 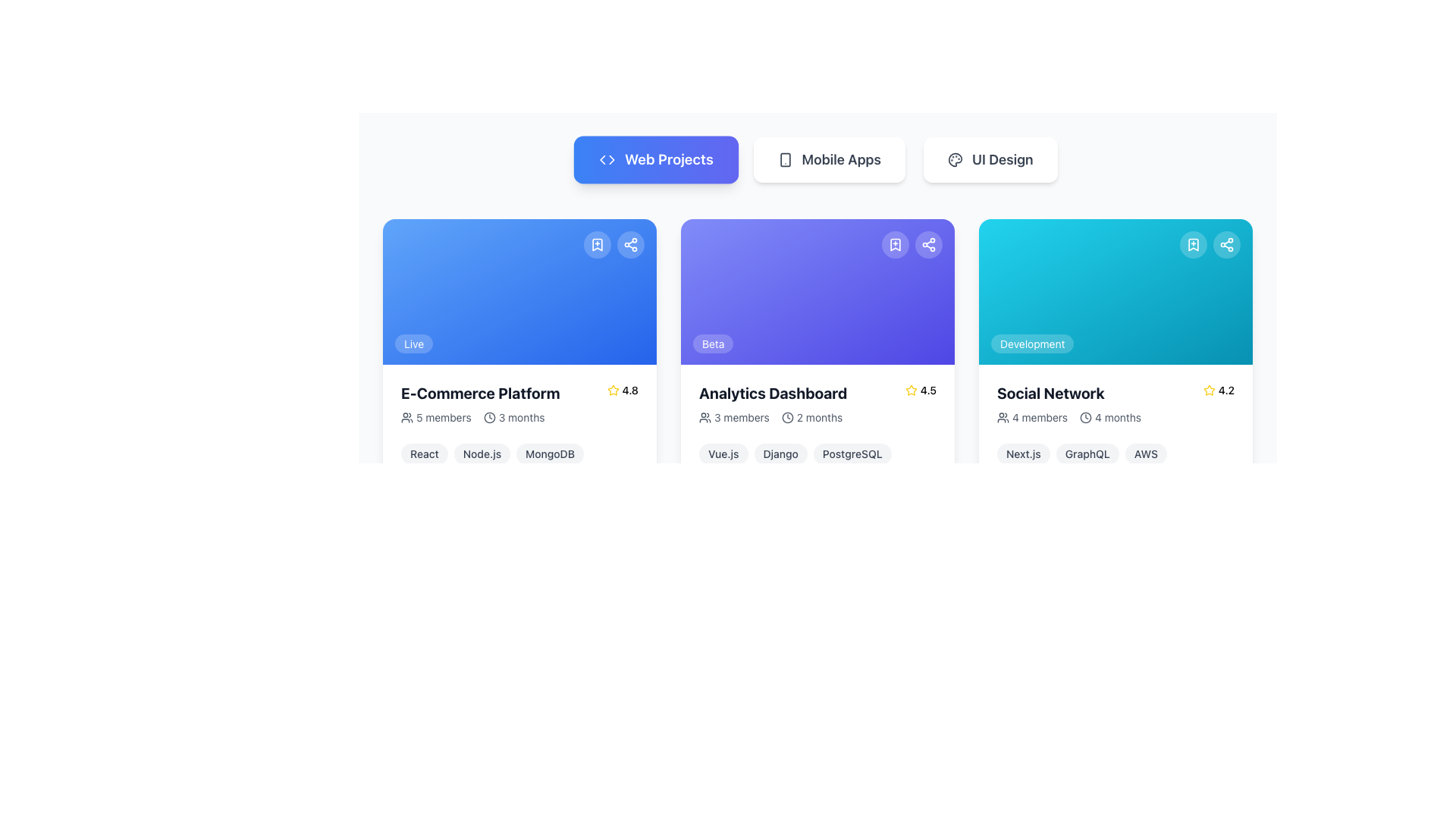 What do you see at coordinates (435, 418) in the screenshot?
I see `the text label '5 members' with the accompanying group icon, located within the first card under the 'Web Projects' tab, positioned to the left of '3 months' and below the card title 'E-Commerce Platform'` at bounding box center [435, 418].